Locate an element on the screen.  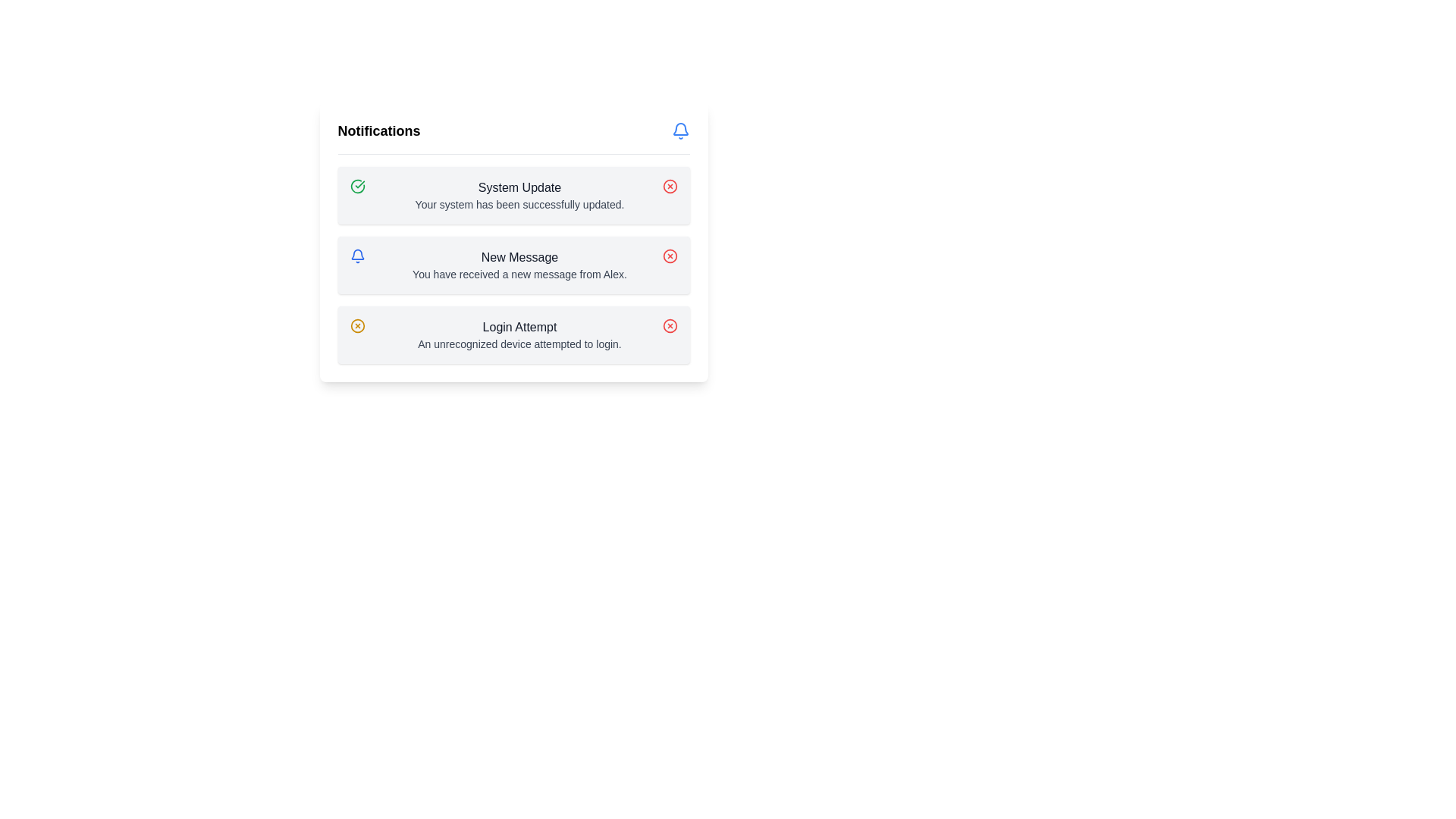
the close or cancel icon, which is a red outlined circular shape with a cross inside, located at the right side of the second notification item in the 'New Message' card is located at coordinates (669, 256).